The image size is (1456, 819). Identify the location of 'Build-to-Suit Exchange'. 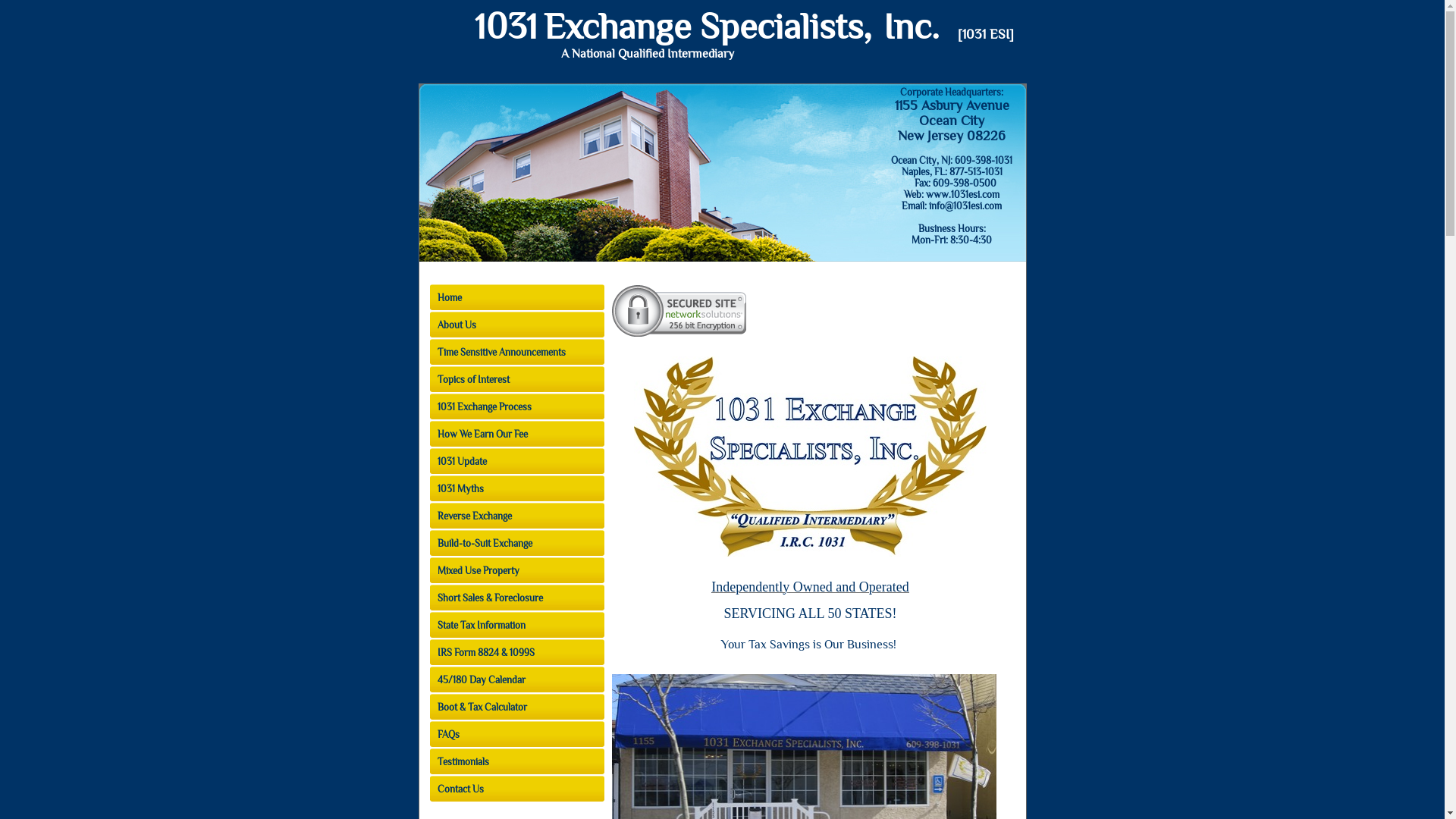
(516, 542).